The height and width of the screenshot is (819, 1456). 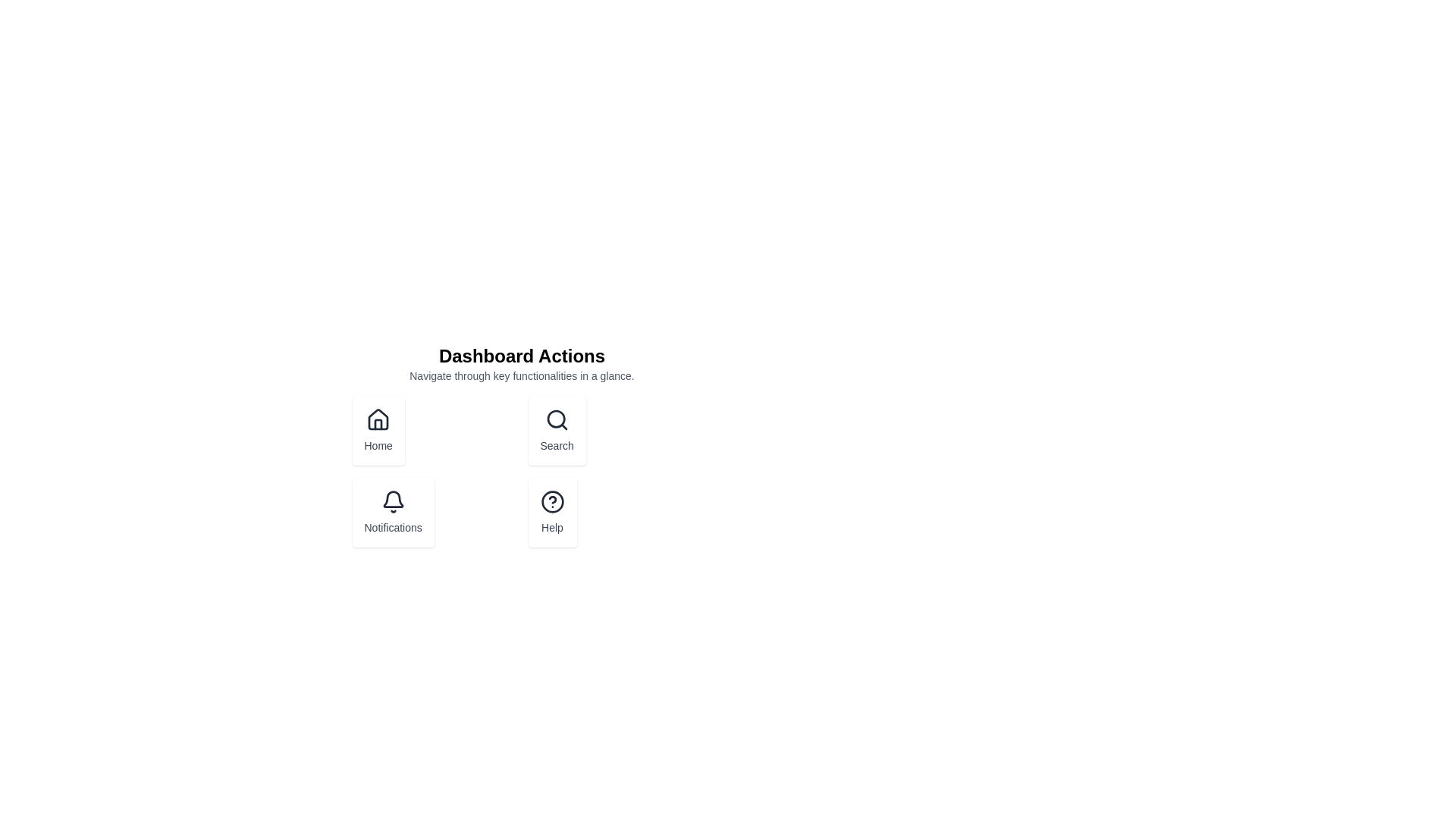 What do you see at coordinates (393, 502) in the screenshot?
I see `the decorative notification icon located in the bottom-left group of the four main action buttons in the user interface` at bounding box center [393, 502].